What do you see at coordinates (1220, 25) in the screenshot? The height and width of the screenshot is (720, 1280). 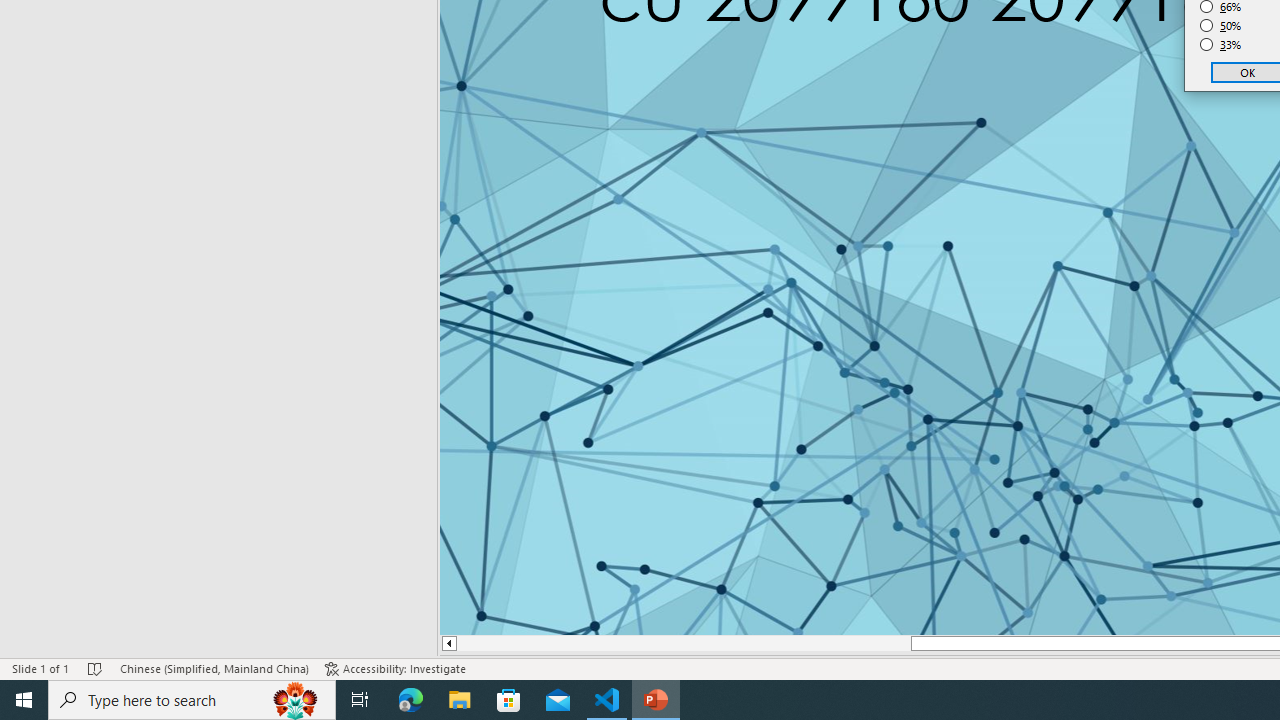 I see `'50%'` at bounding box center [1220, 25].